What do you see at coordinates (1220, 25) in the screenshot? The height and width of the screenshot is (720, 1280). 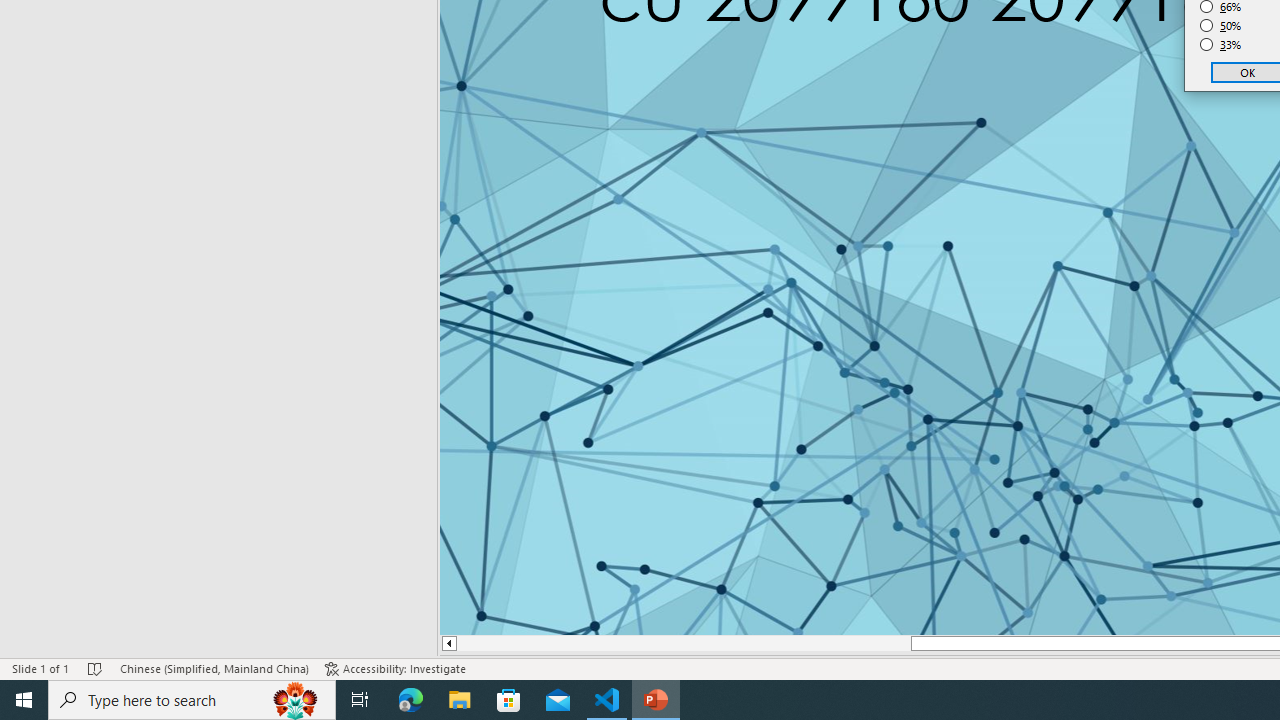 I see `'50%'` at bounding box center [1220, 25].